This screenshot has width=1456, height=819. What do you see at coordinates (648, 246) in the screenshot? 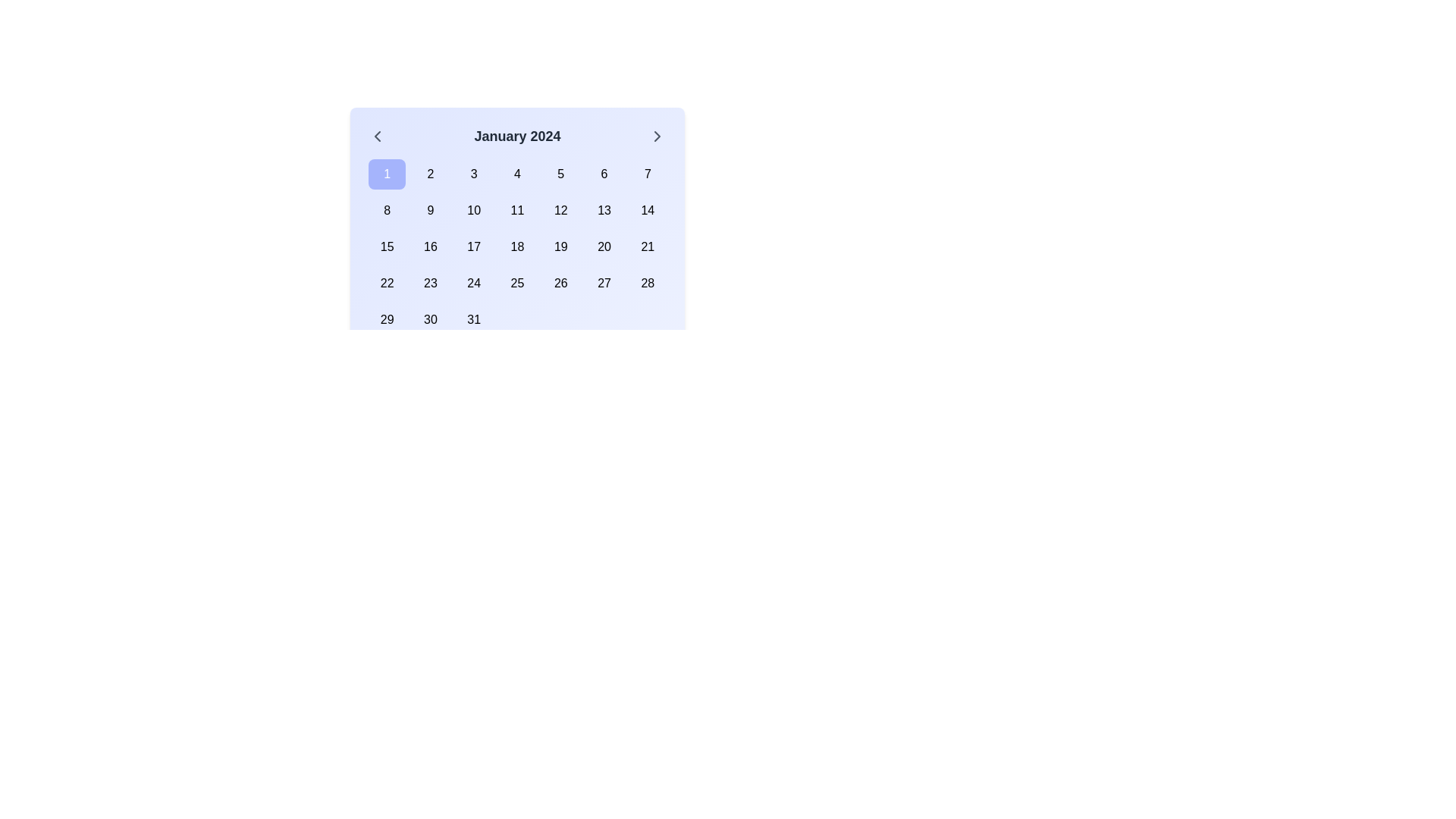
I see `the button labeled '21' located in the last column of the third week of the calendar grid` at bounding box center [648, 246].